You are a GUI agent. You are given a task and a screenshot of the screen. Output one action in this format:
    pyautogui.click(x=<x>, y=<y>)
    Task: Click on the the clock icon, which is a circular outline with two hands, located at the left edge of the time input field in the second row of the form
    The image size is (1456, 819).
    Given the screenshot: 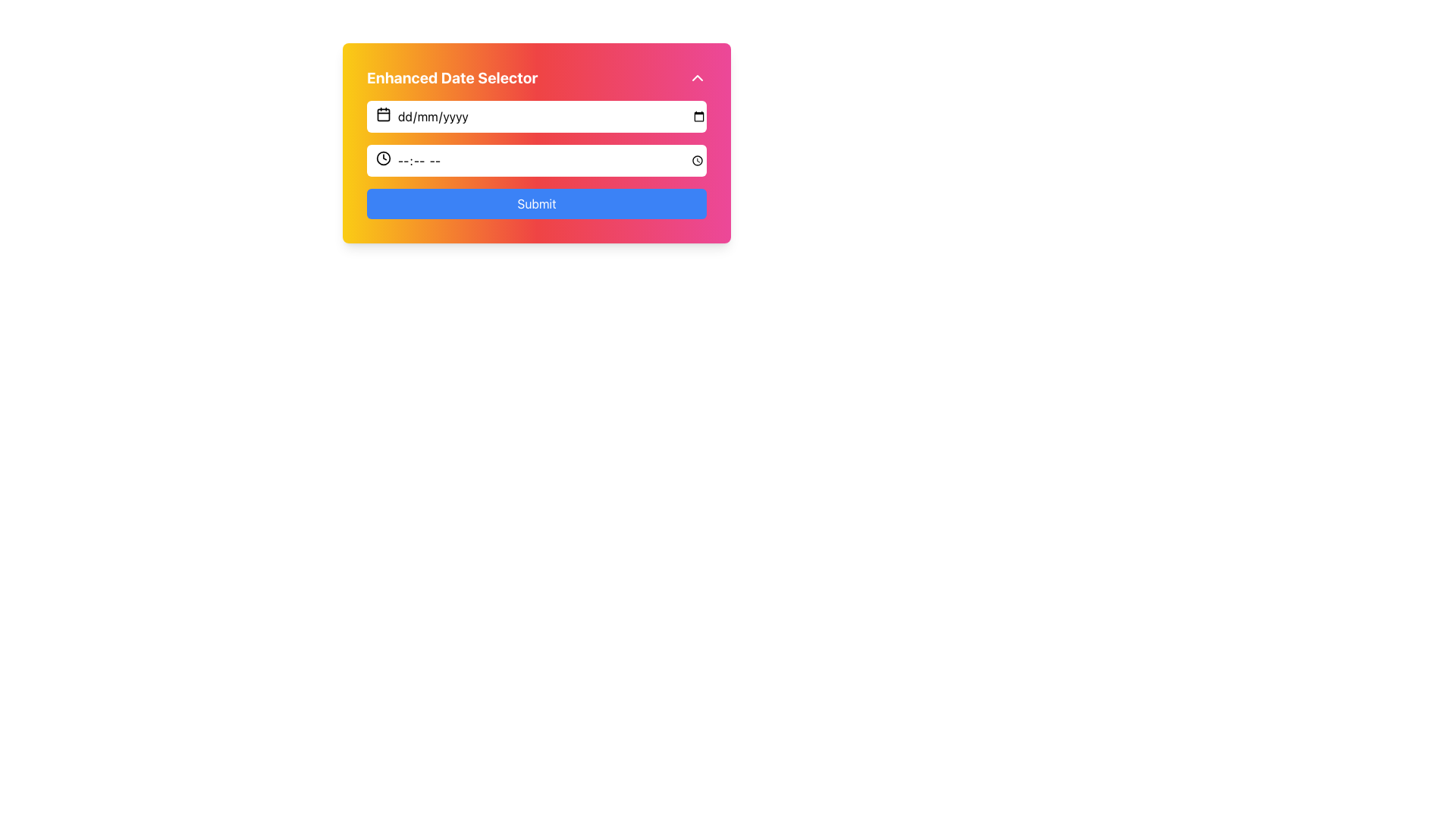 What is the action you would take?
    pyautogui.click(x=383, y=158)
    